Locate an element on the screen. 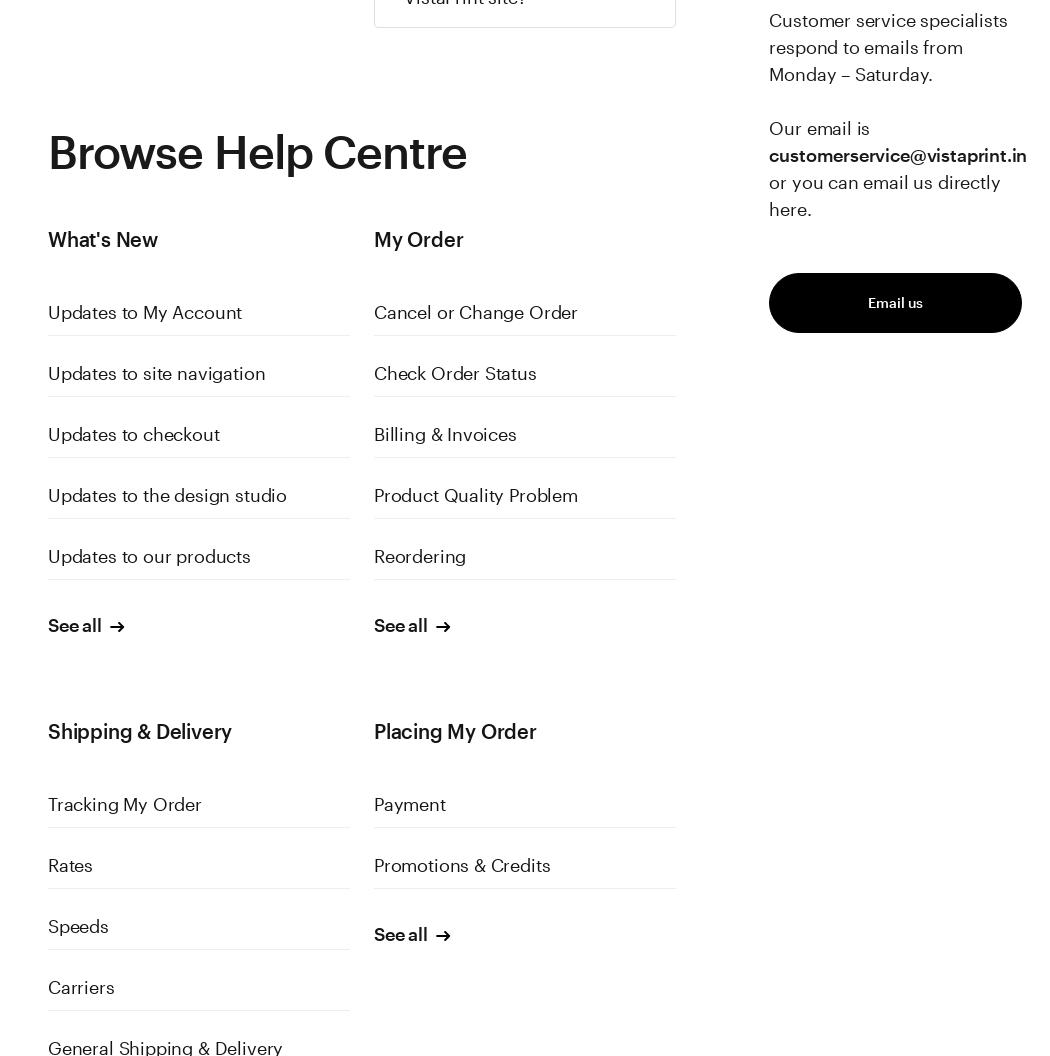 This screenshot has width=1050, height=1056. 'Browse Help Centre' is located at coordinates (46, 151).